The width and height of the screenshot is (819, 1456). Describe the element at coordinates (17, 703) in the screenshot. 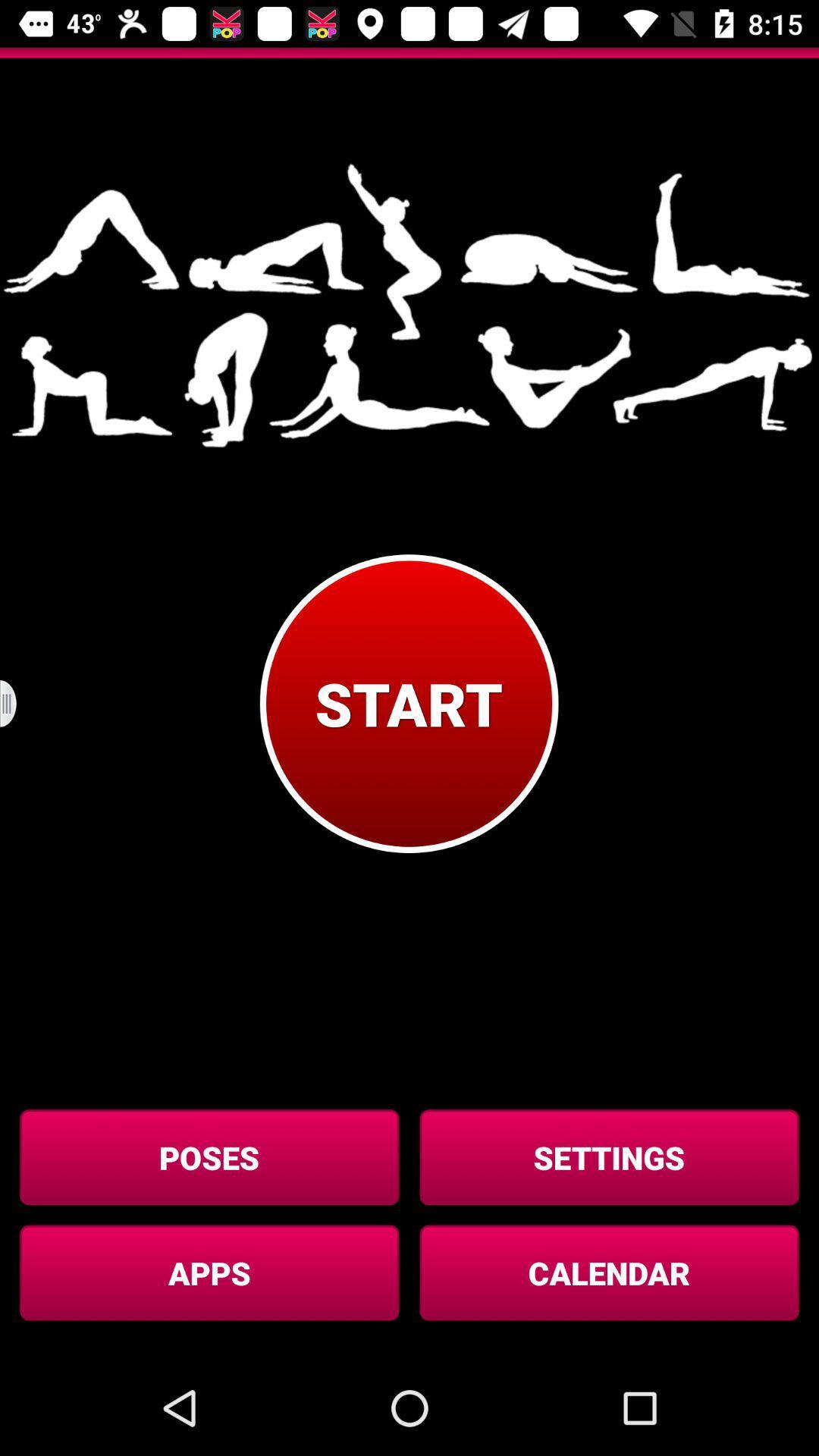

I see `the icon next to the start icon` at that location.